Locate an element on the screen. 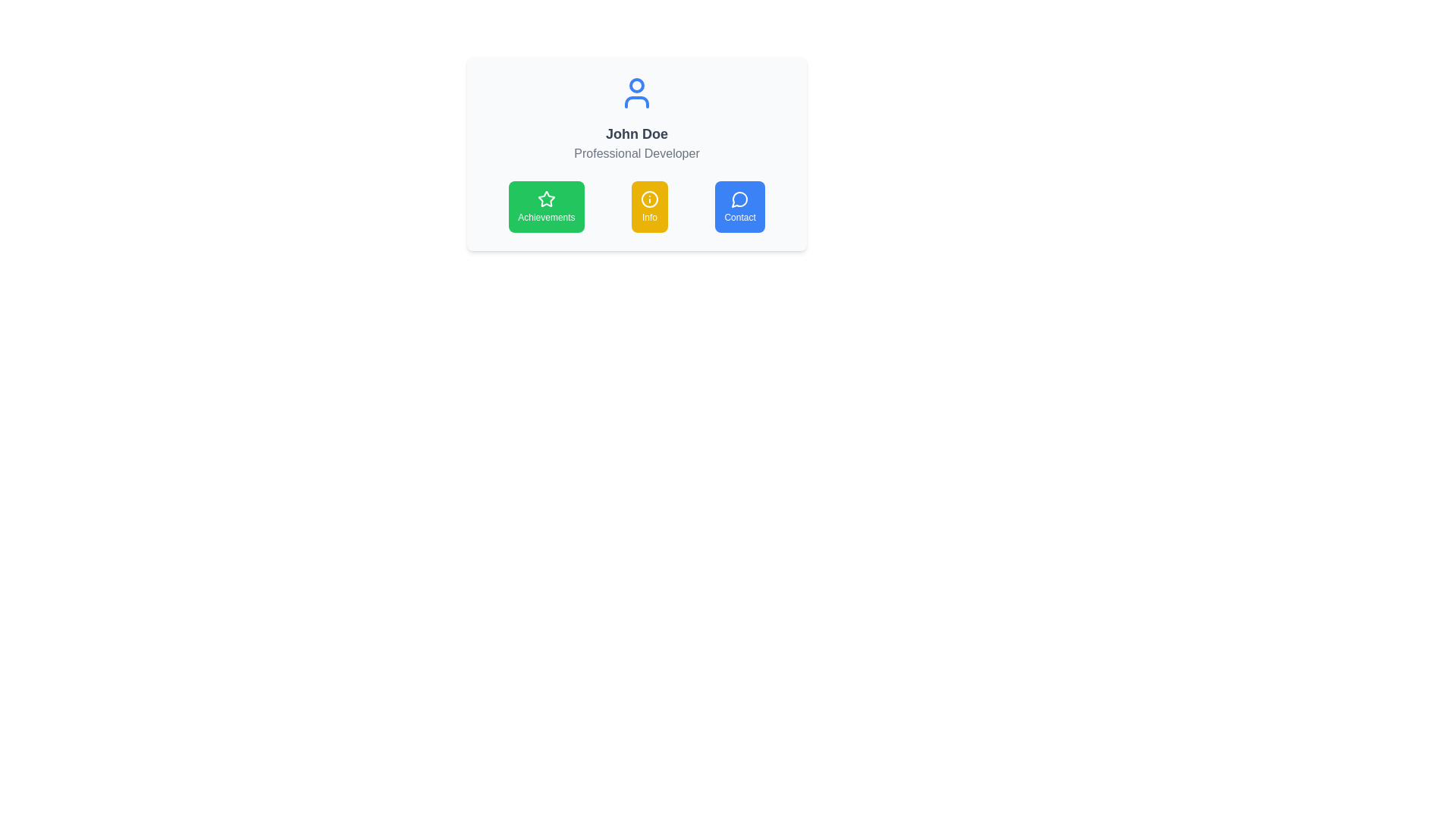  the user profile icon, which is a blue outlined stylized human figure located above the text 'John Doe' and 'Professional Developer' is located at coordinates (637, 93).